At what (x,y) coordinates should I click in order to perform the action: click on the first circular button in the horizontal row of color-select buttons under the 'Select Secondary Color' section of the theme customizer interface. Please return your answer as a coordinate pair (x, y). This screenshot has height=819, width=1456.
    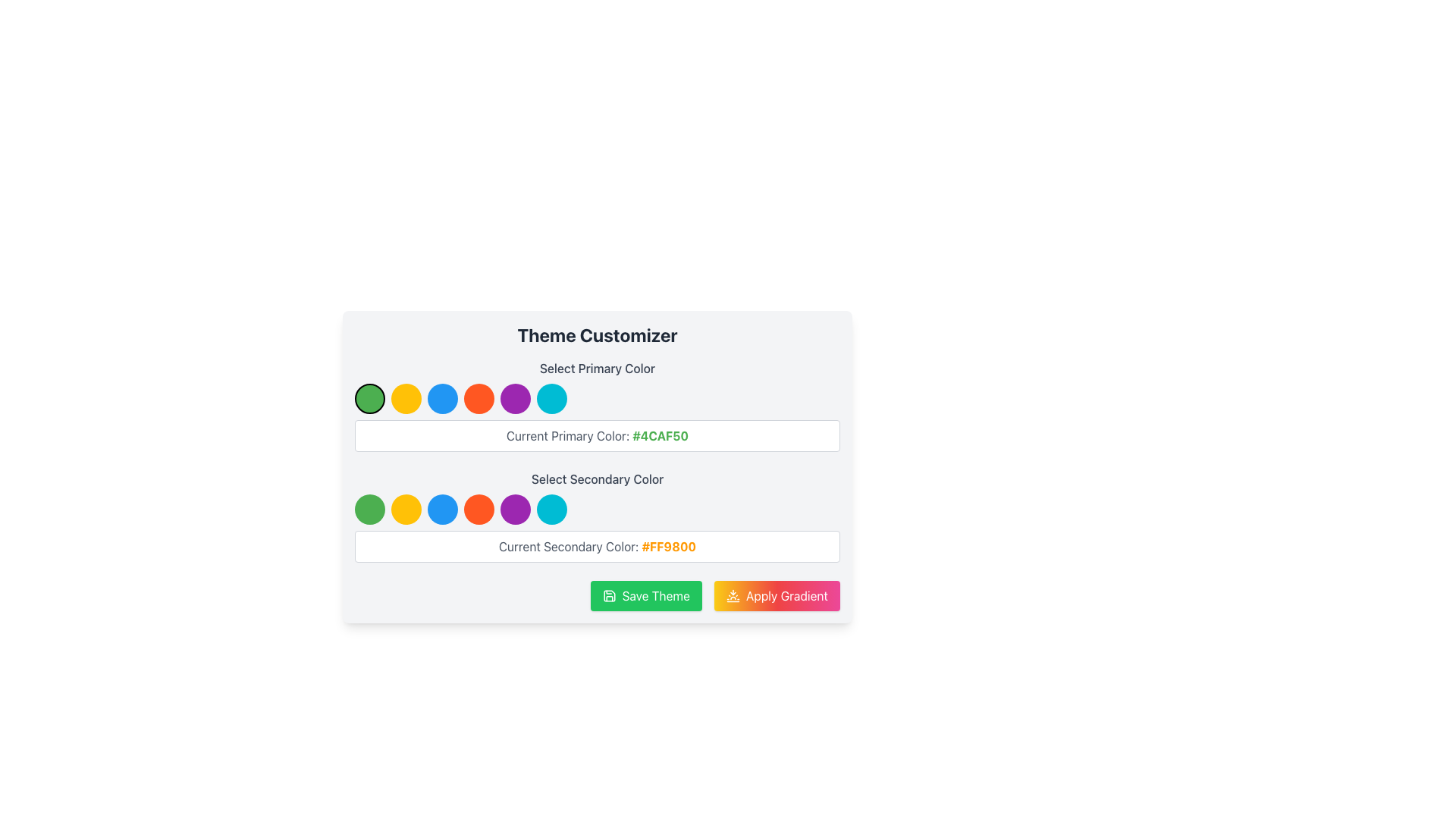
    Looking at the image, I should click on (370, 509).